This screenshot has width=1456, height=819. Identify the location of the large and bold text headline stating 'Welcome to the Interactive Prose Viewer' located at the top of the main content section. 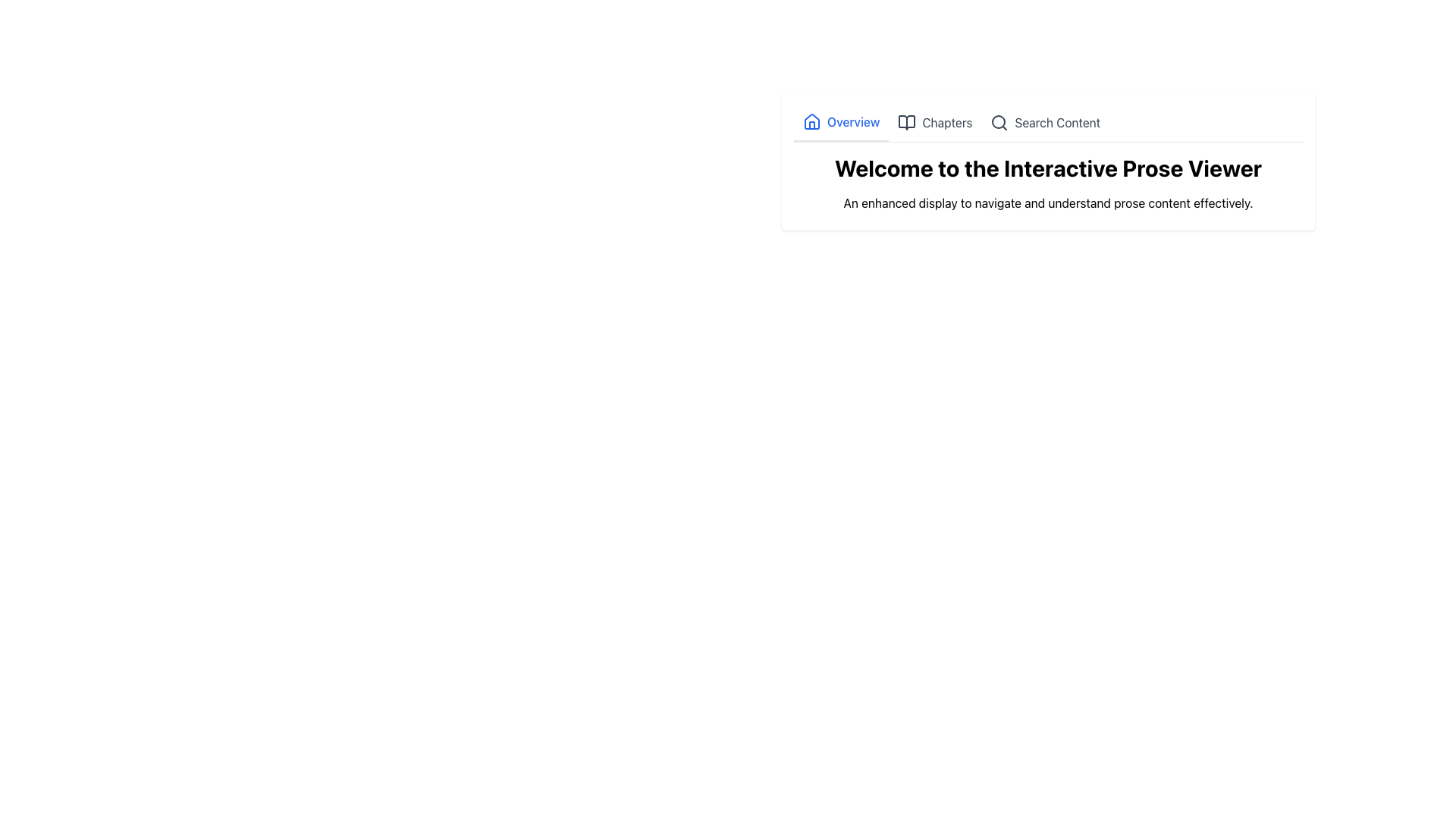
(1047, 168).